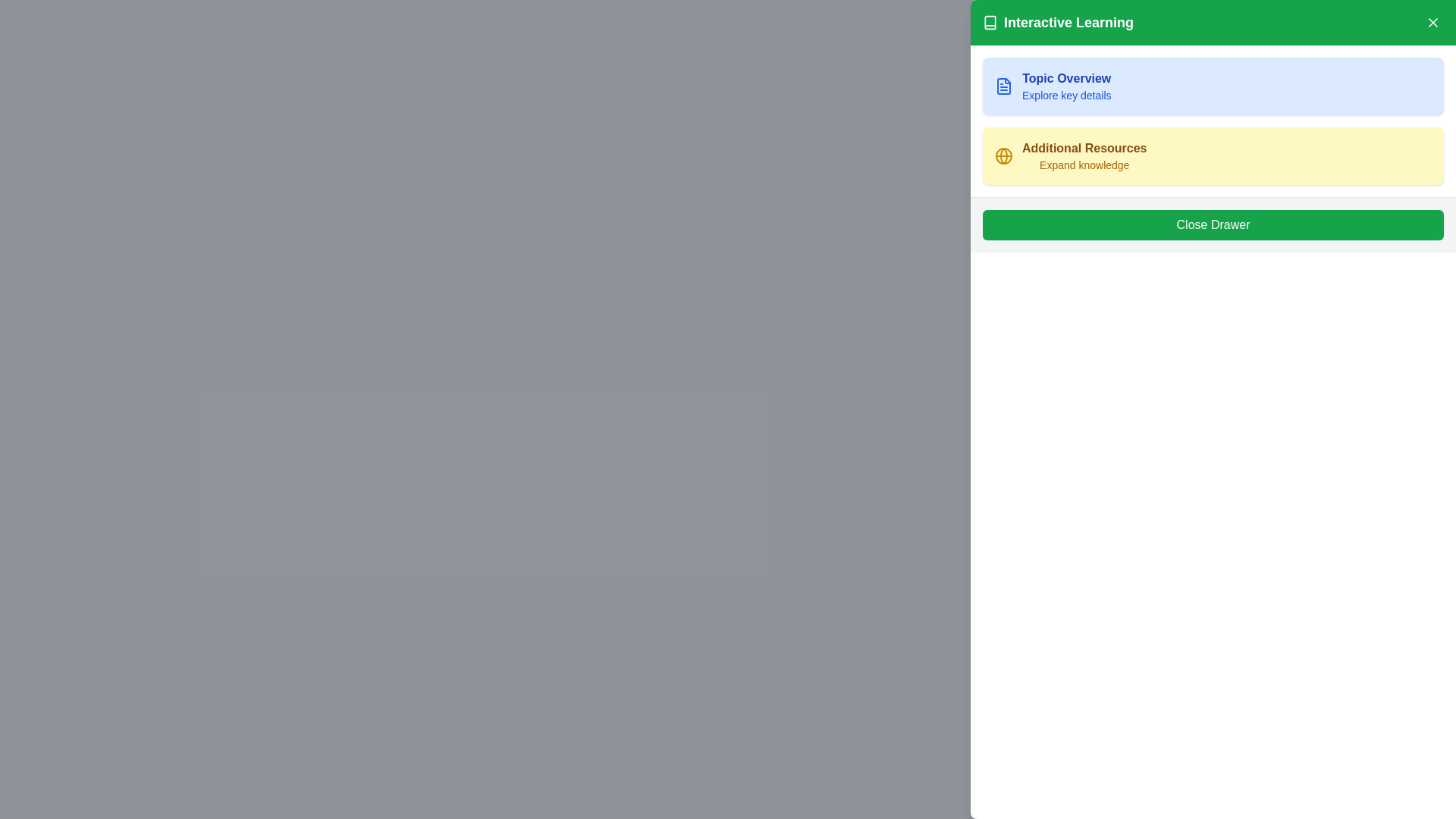  Describe the element at coordinates (990, 23) in the screenshot. I see `the book icon located in the top-left corner of the green header bar titled 'Interactive Learning'` at that location.